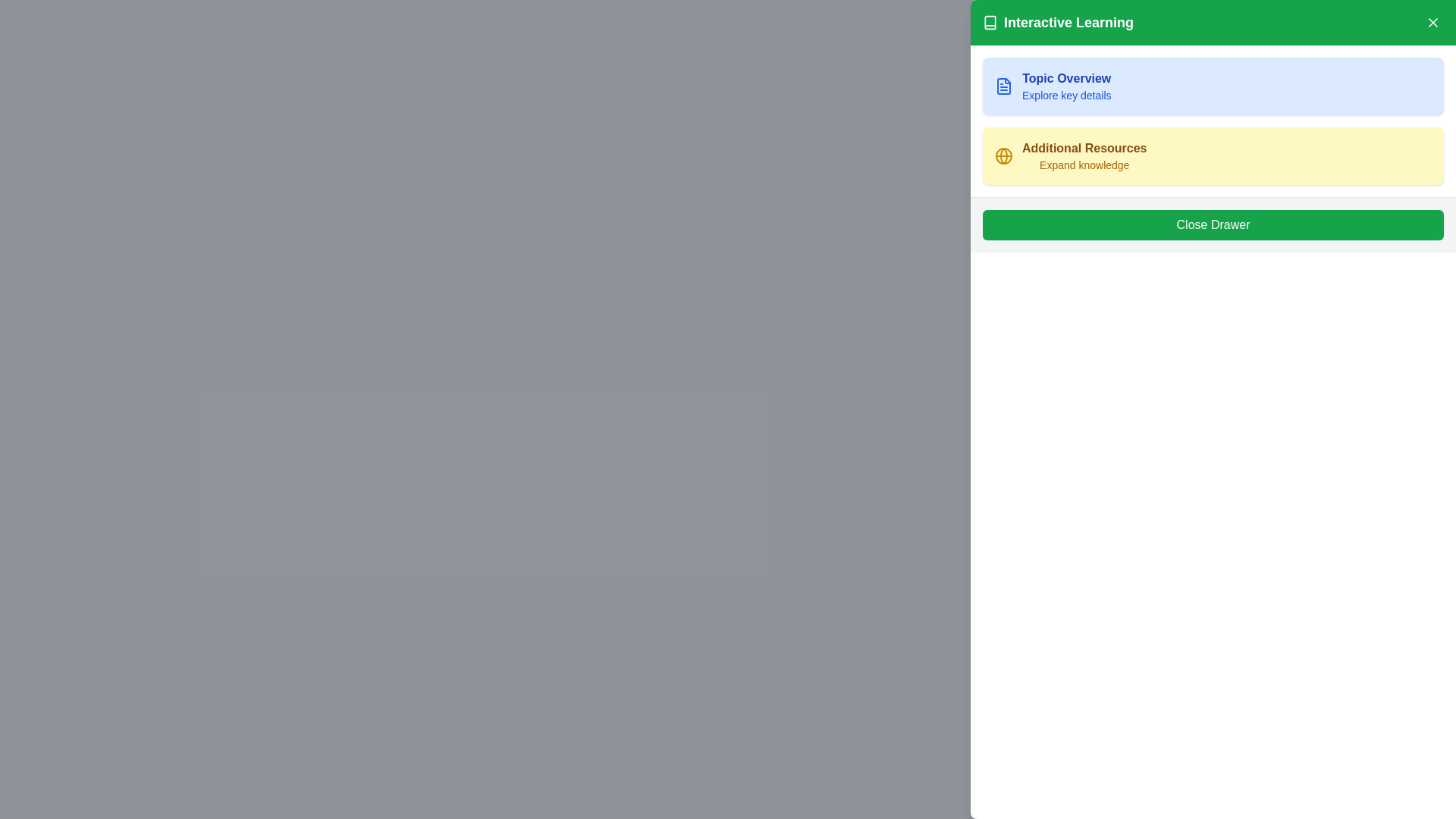  Describe the element at coordinates (990, 23) in the screenshot. I see `the book icon located in the top-left corner of the green header bar titled 'Interactive Learning'` at that location.